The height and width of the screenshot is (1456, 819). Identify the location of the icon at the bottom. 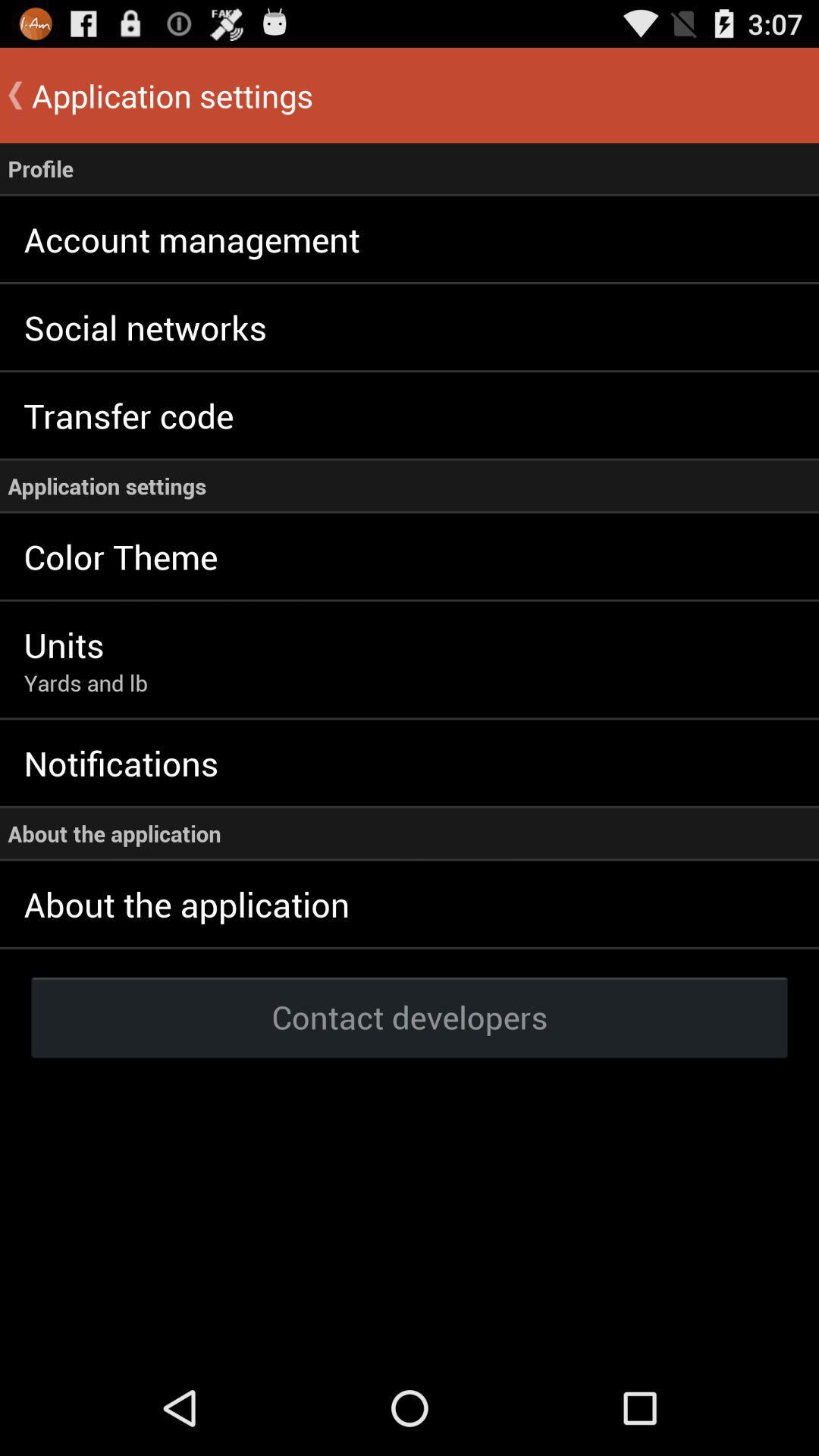
(409, 1016).